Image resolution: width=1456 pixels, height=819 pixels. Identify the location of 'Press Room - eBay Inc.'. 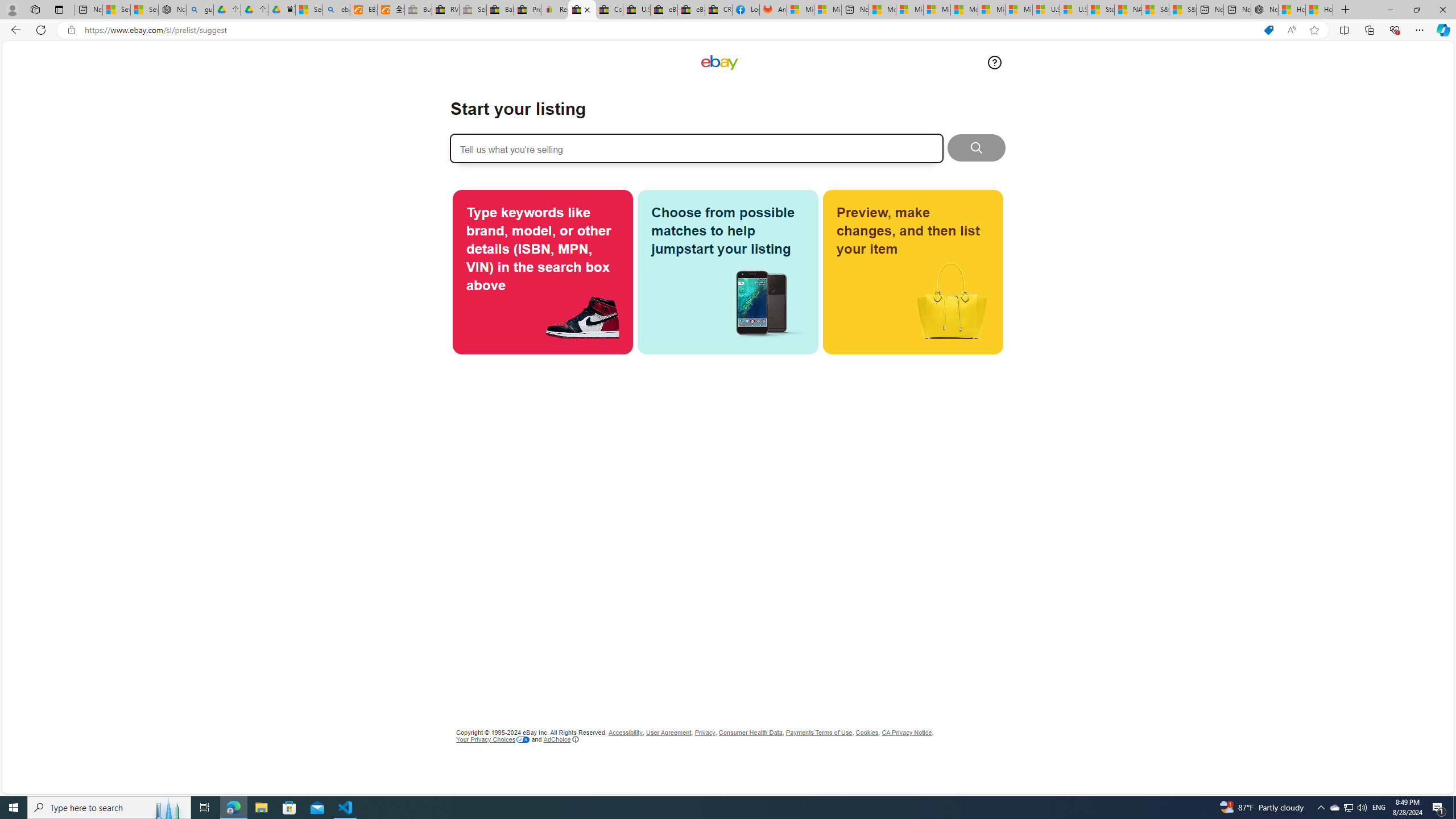
(528, 9).